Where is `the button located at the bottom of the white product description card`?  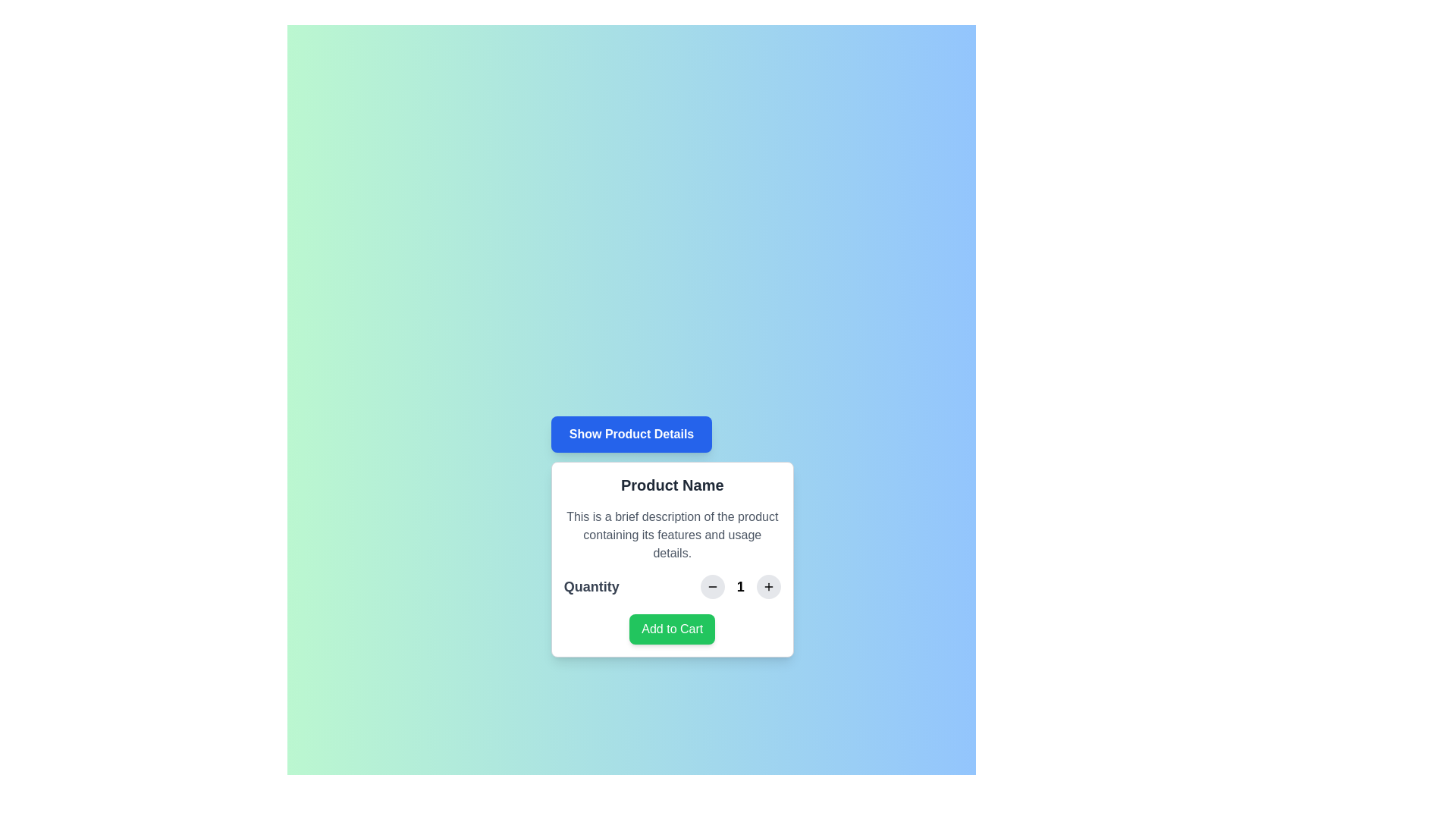
the button located at the bottom of the white product description card is located at coordinates (671, 629).